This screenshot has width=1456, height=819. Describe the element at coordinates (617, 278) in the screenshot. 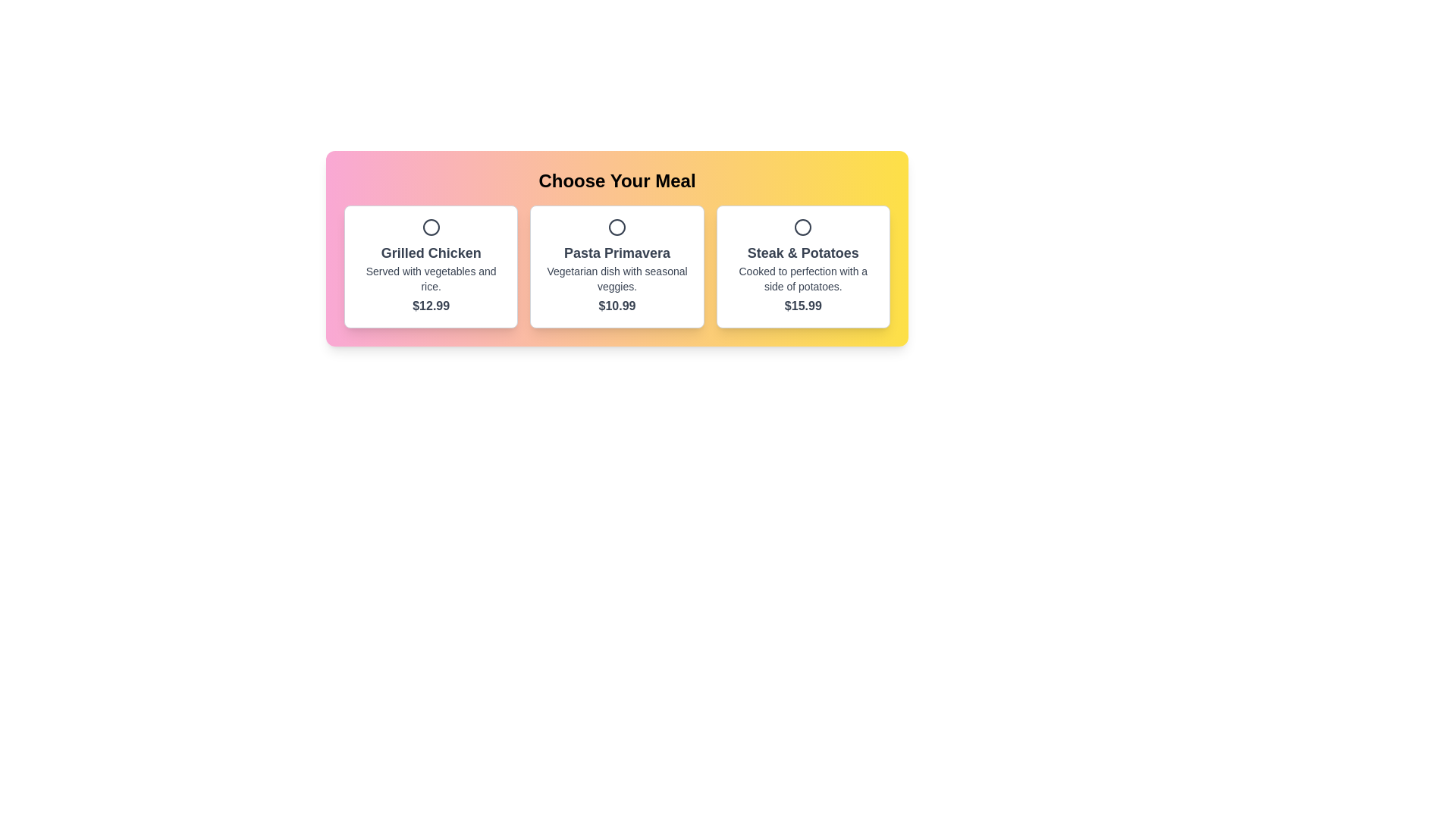

I see `the label for the middle option in the menu selection interface` at that location.